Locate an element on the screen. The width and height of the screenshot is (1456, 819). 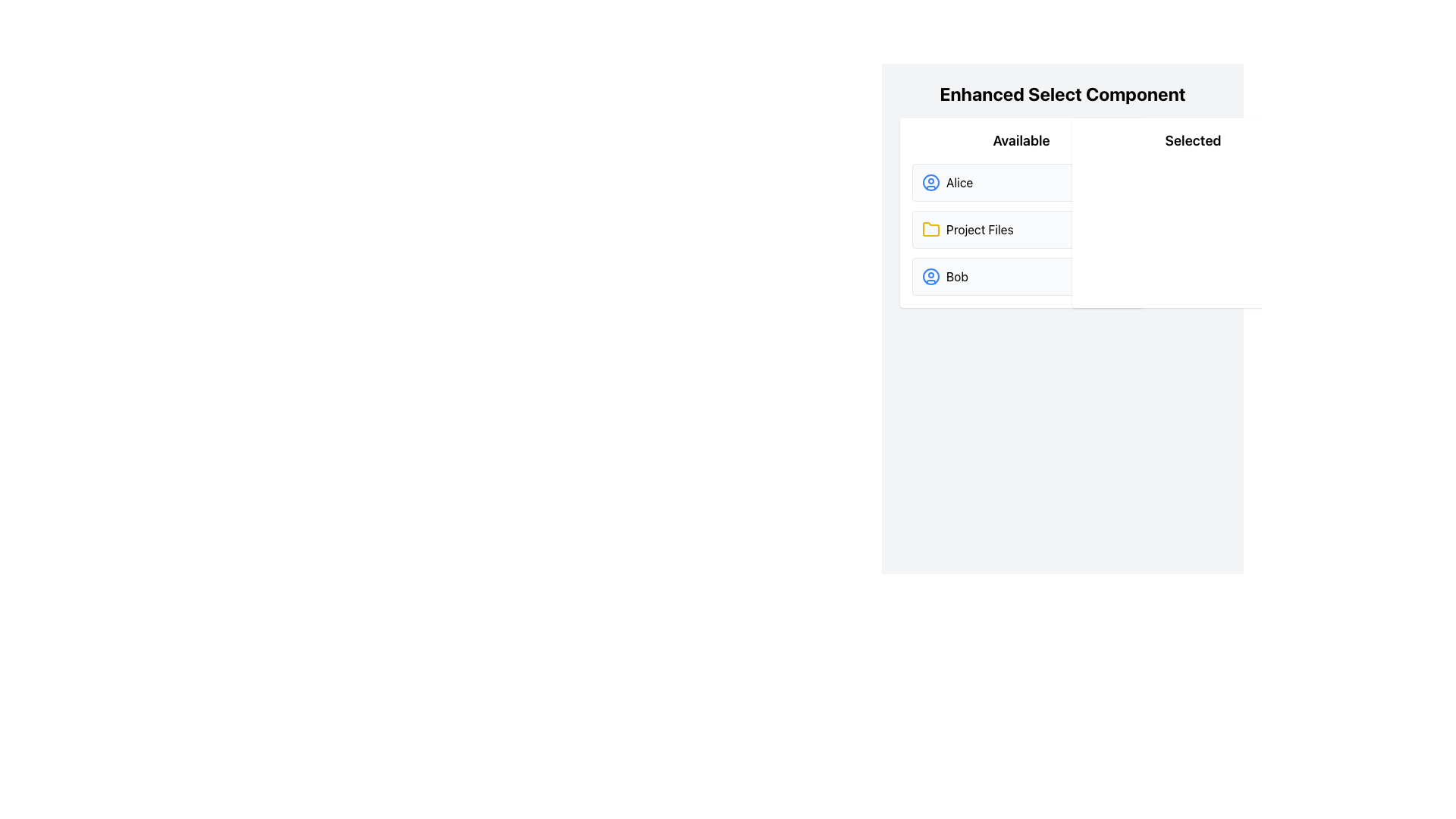
the list item representing 'Alice' in the 'Available' column of the 'Enhanced Select Component' interface is located at coordinates (946, 181).